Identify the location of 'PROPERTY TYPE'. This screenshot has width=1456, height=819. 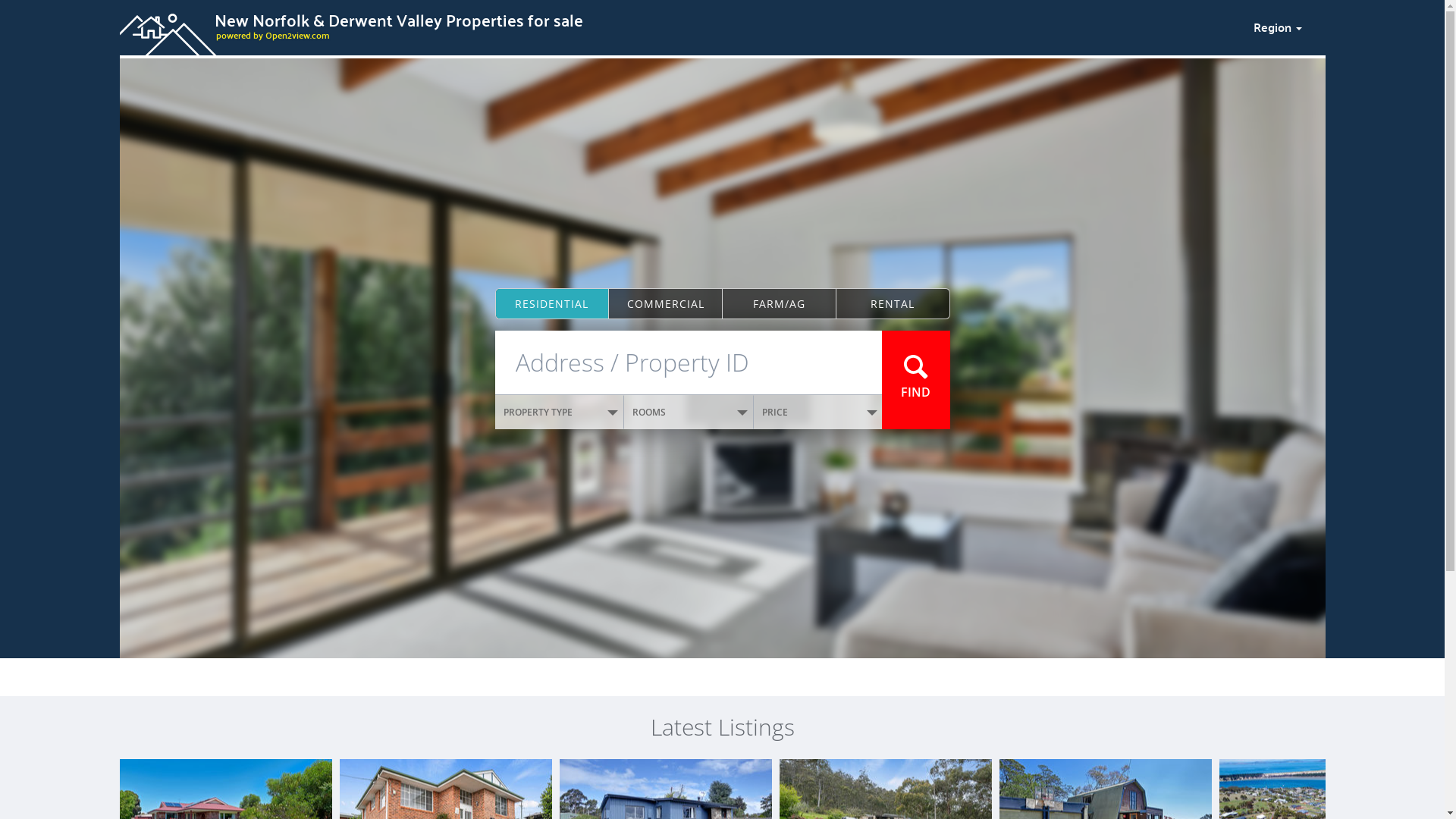
(558, 412).